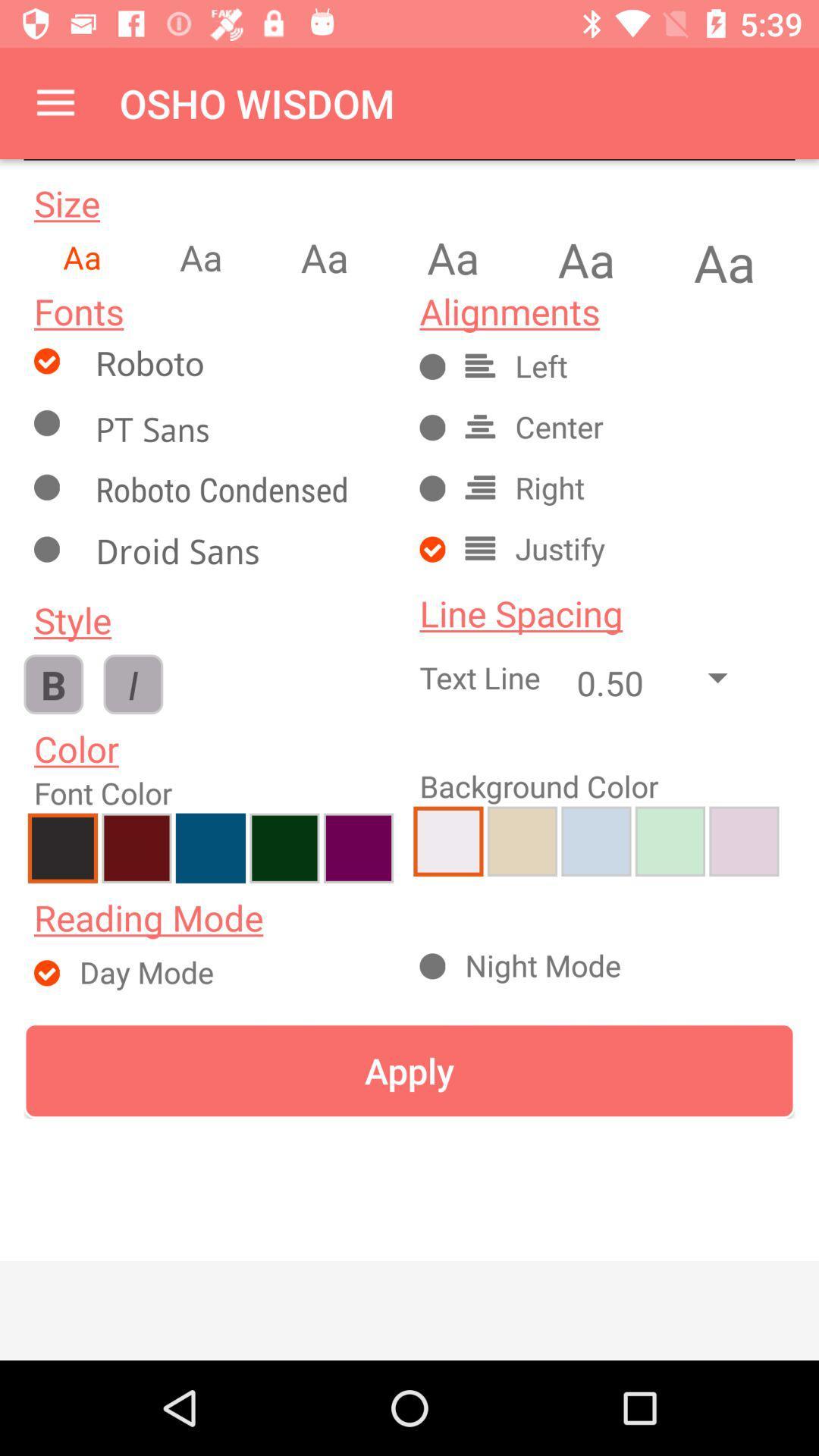  What do you see at coordinates (743, 840) in the screenshot?
I see `font color` at bounding box center [743, 840].